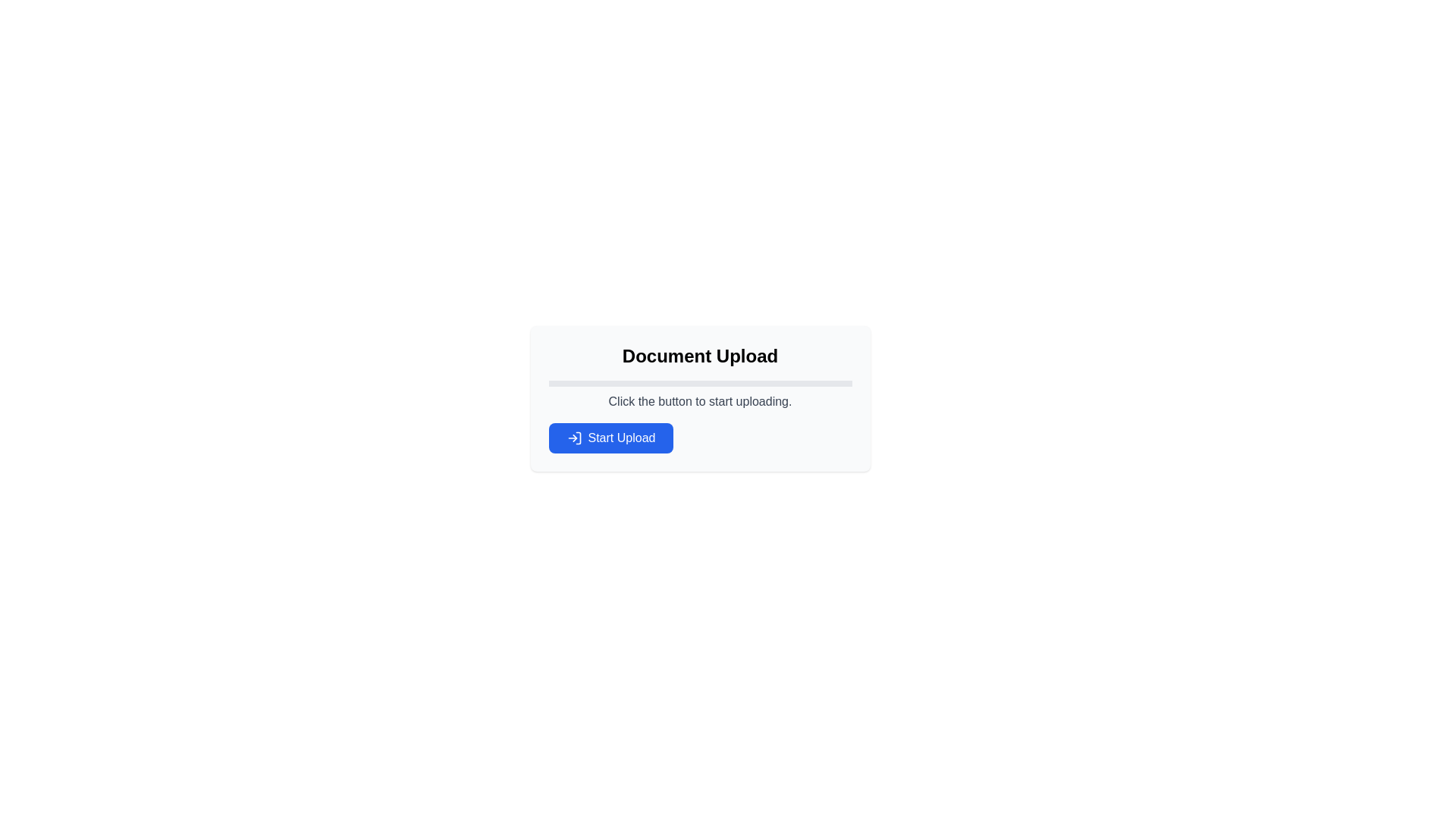 The height and width of the screenshot is (819, 1456). Describe the element at coordinates (577, 438) in the screenshot. I see `the 'Start Upload' button which contains a vertical line segment SVG icon with rounded ends positioned centrally within it` at that location.